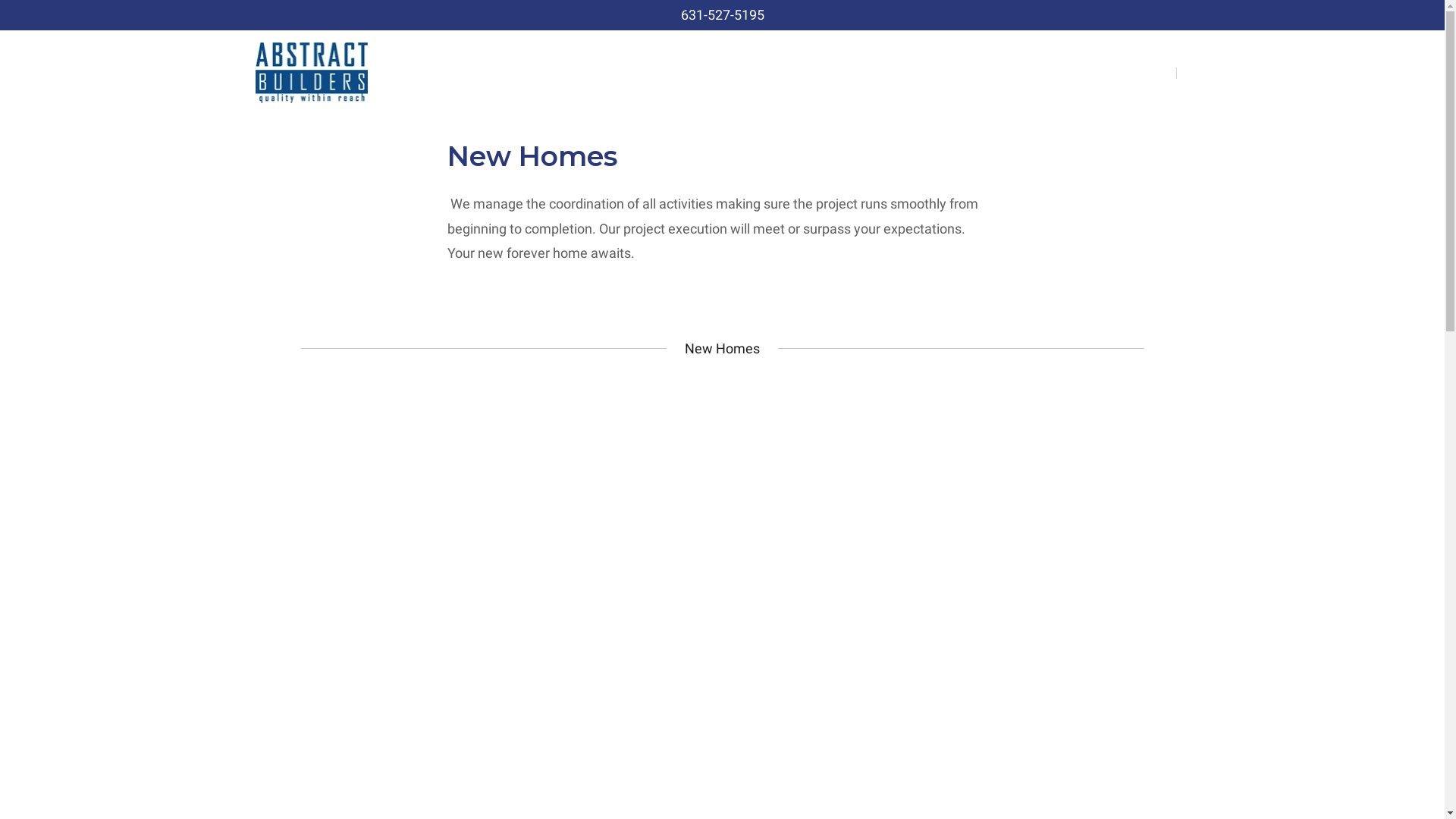  I want to click on '631-527-5195', so click(722, 14).